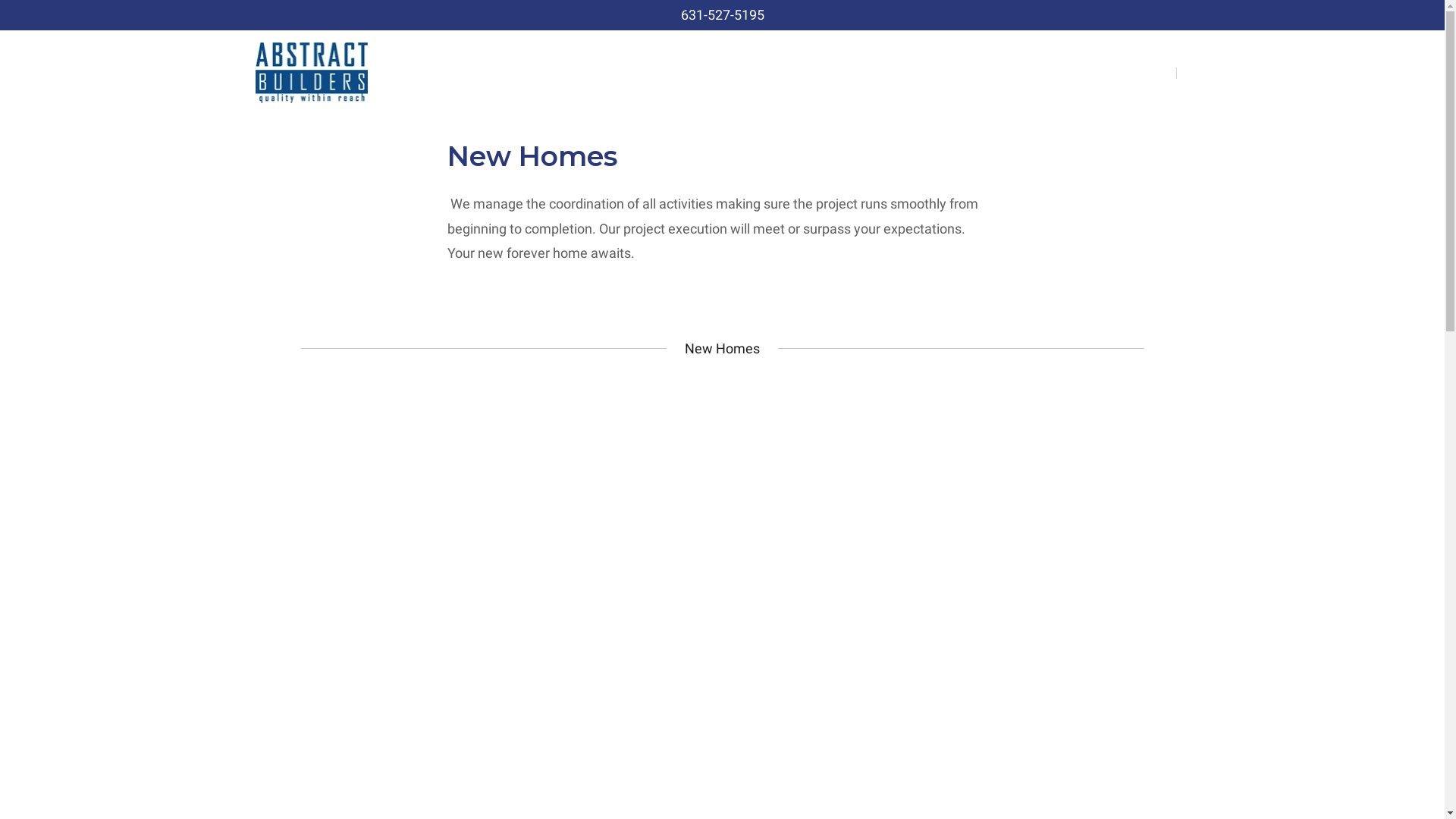  I want to click on '631-527-5195', so click(722, 14).